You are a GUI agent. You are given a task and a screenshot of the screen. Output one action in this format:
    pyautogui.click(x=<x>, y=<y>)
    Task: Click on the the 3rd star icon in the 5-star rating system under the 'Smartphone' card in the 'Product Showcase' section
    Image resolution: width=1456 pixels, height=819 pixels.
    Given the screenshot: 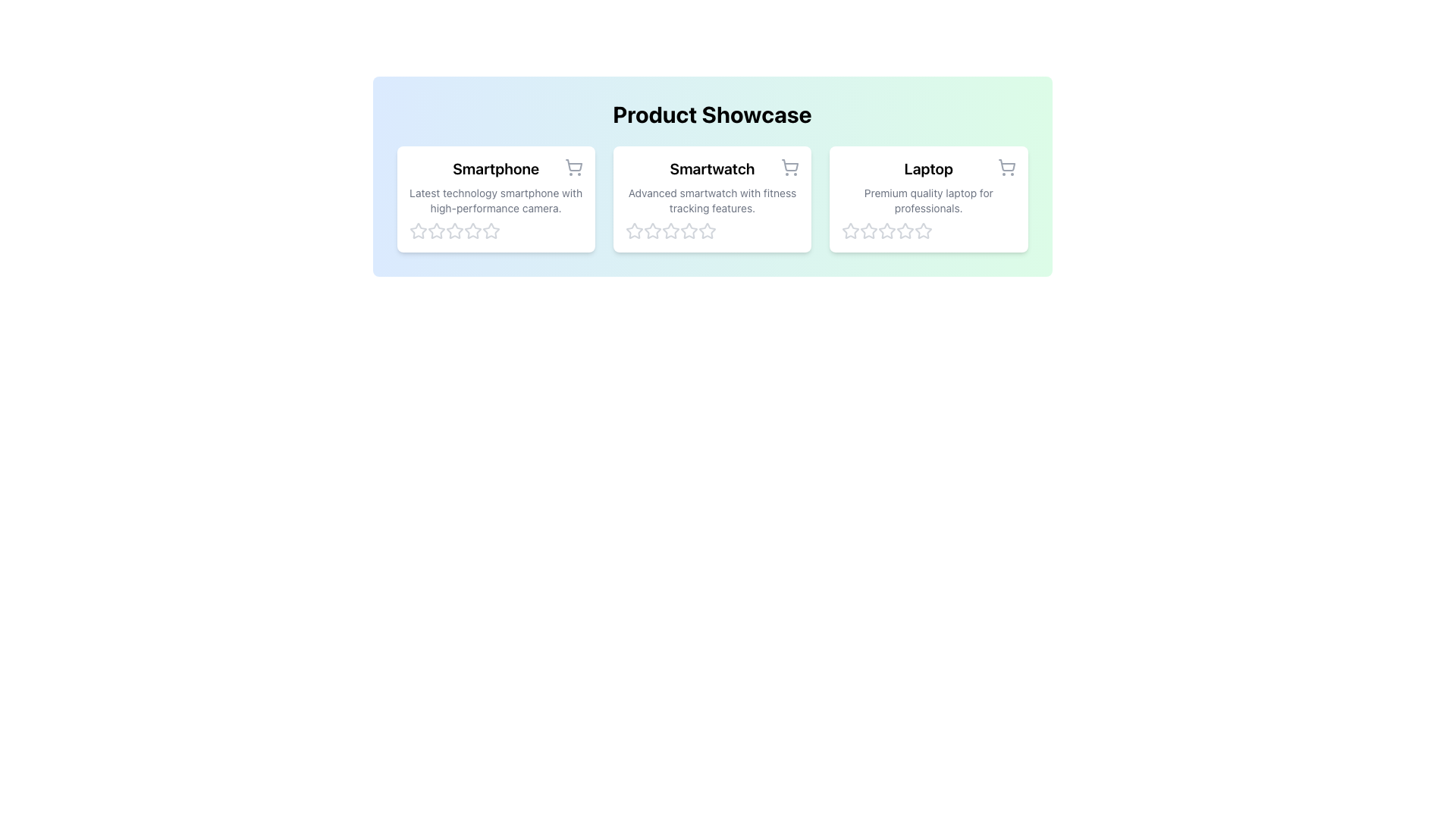 What is the action you would take?
    pyautogui.click(x=453, y=231)
    